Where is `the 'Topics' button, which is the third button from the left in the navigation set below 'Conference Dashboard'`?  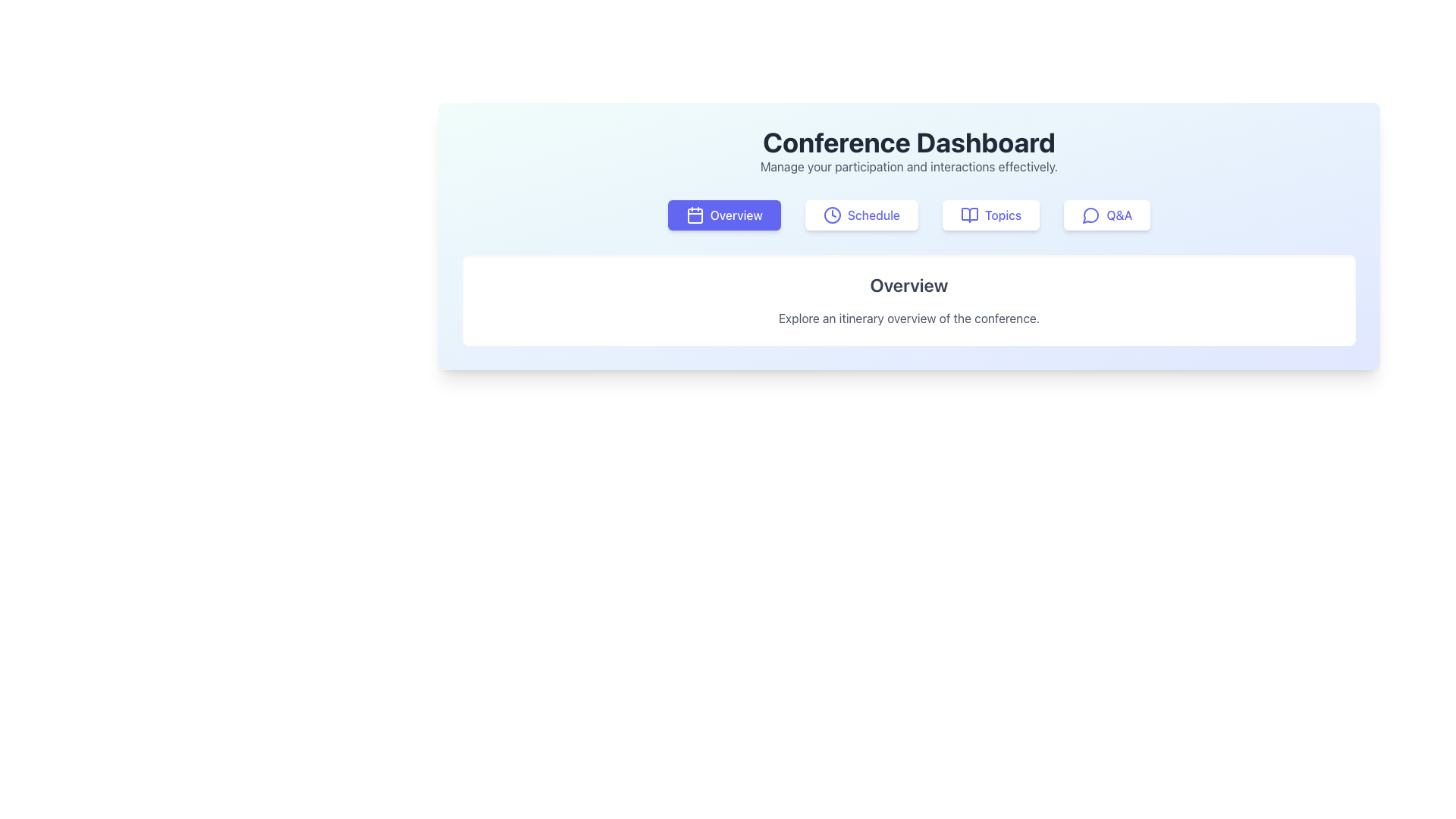 the 'Topics' button, which is the third button from the left in the navigation set below 'Conference Dashboard' is located at coordinates (968, 215).